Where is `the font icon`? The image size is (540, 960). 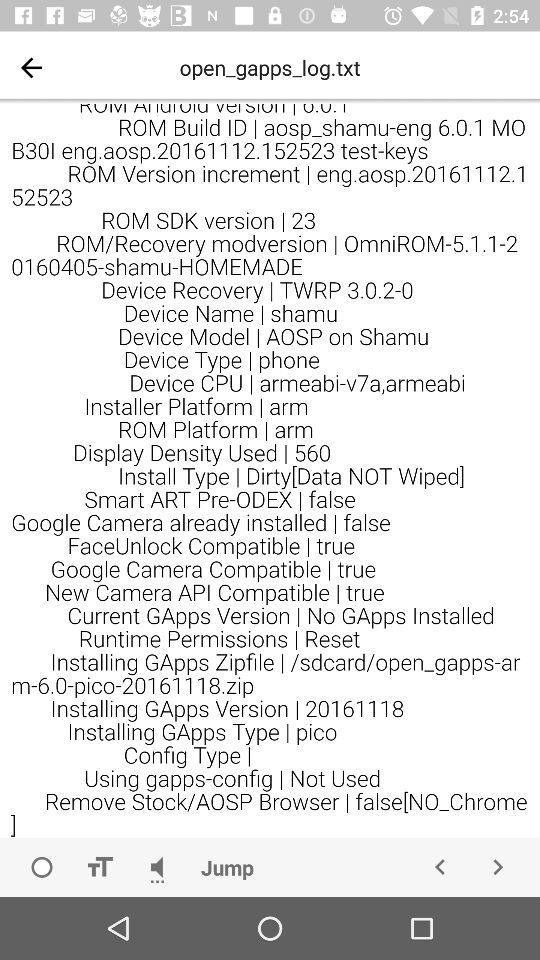
the font icon is located at coordinates (98, 866).